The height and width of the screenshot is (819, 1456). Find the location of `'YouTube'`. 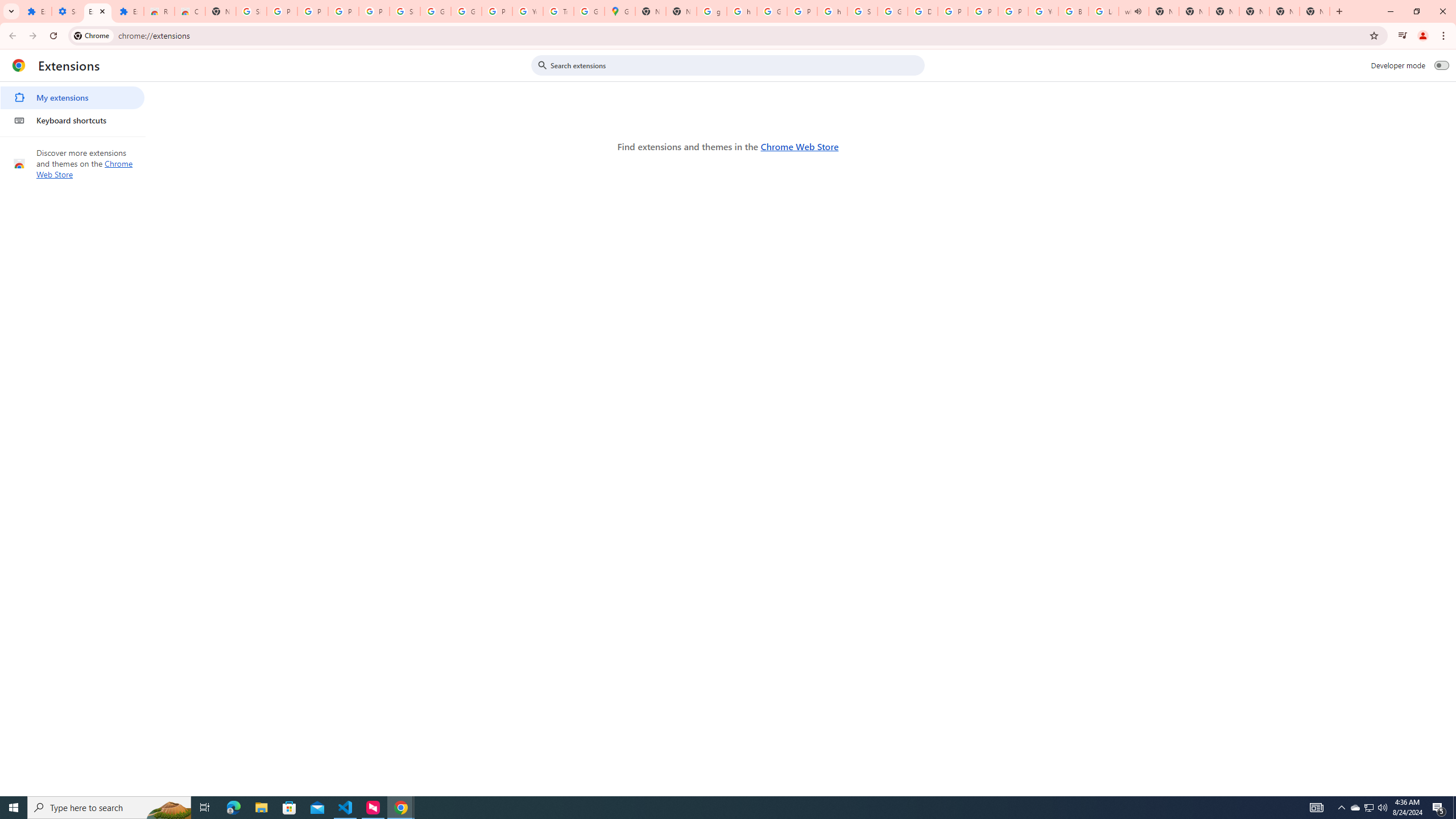

'YouTube' is located at coordinates (528, 11).